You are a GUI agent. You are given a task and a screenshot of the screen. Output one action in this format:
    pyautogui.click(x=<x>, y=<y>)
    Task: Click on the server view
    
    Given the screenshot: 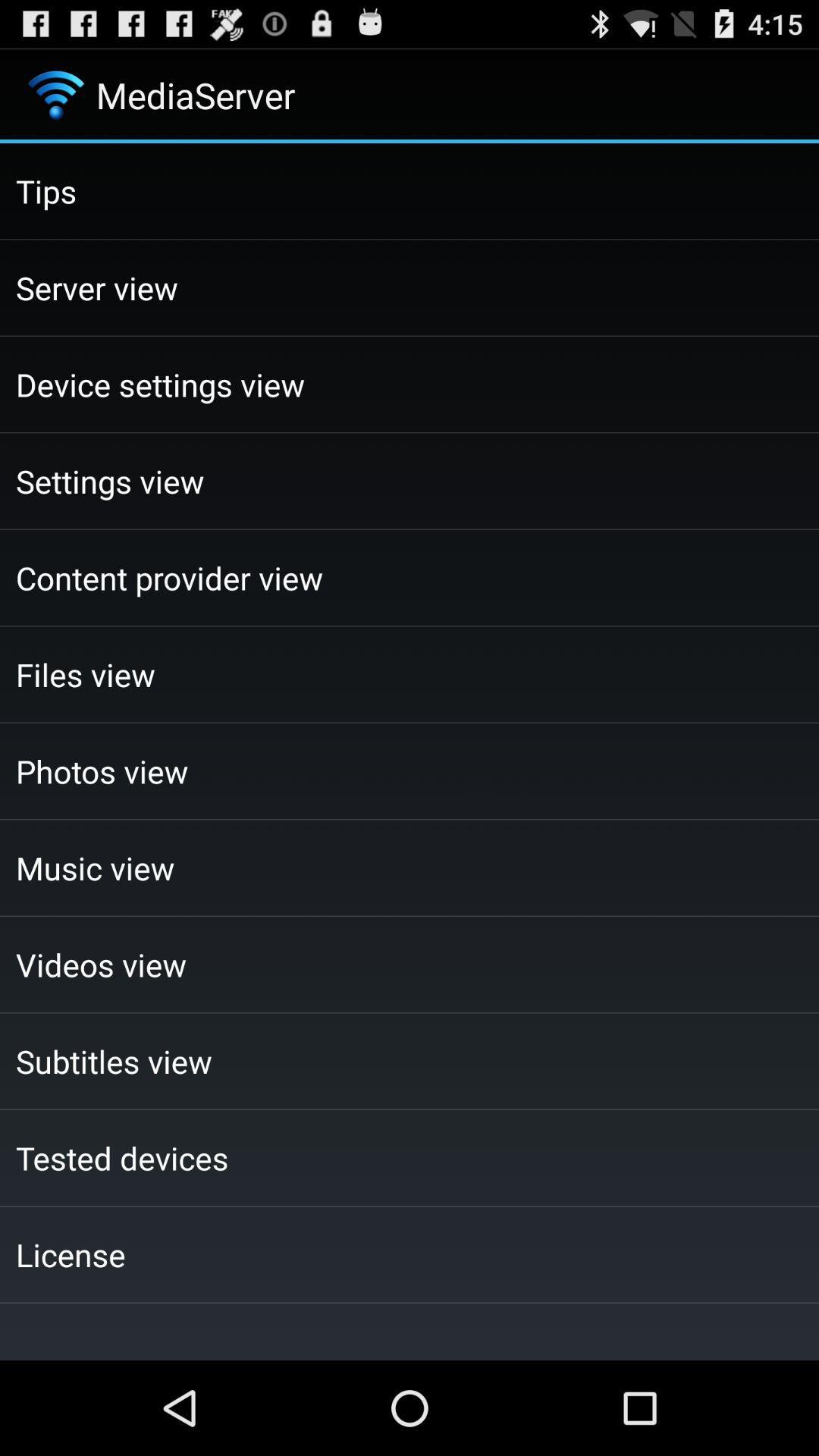 What is the action you would take?
    pyautogui.click(x=409, y=287)
    